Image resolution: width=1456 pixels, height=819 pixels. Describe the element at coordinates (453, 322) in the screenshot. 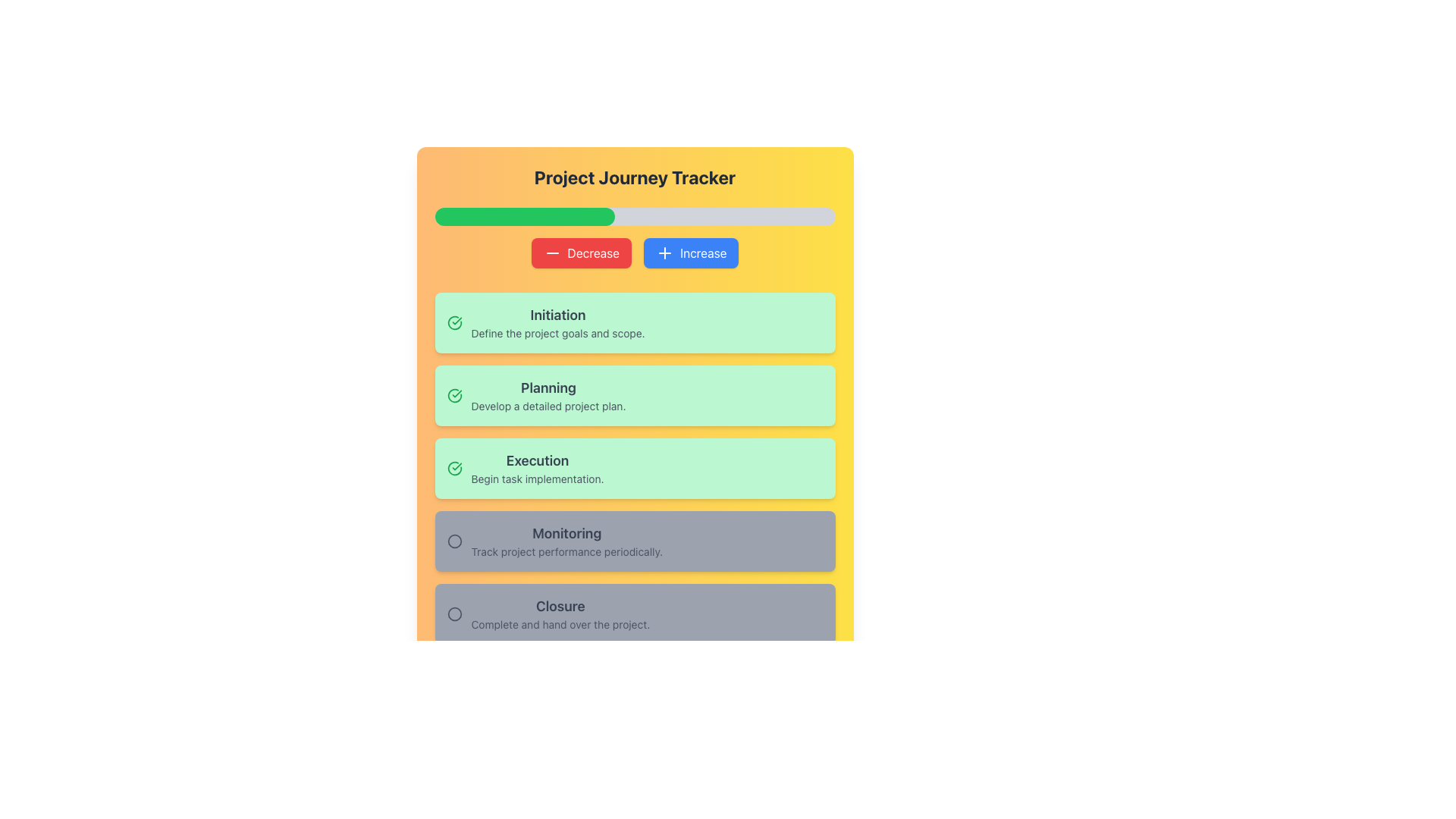

I see `the circular green checkmark icon located at the left end of the 'Initiation' rectangle` at that location.